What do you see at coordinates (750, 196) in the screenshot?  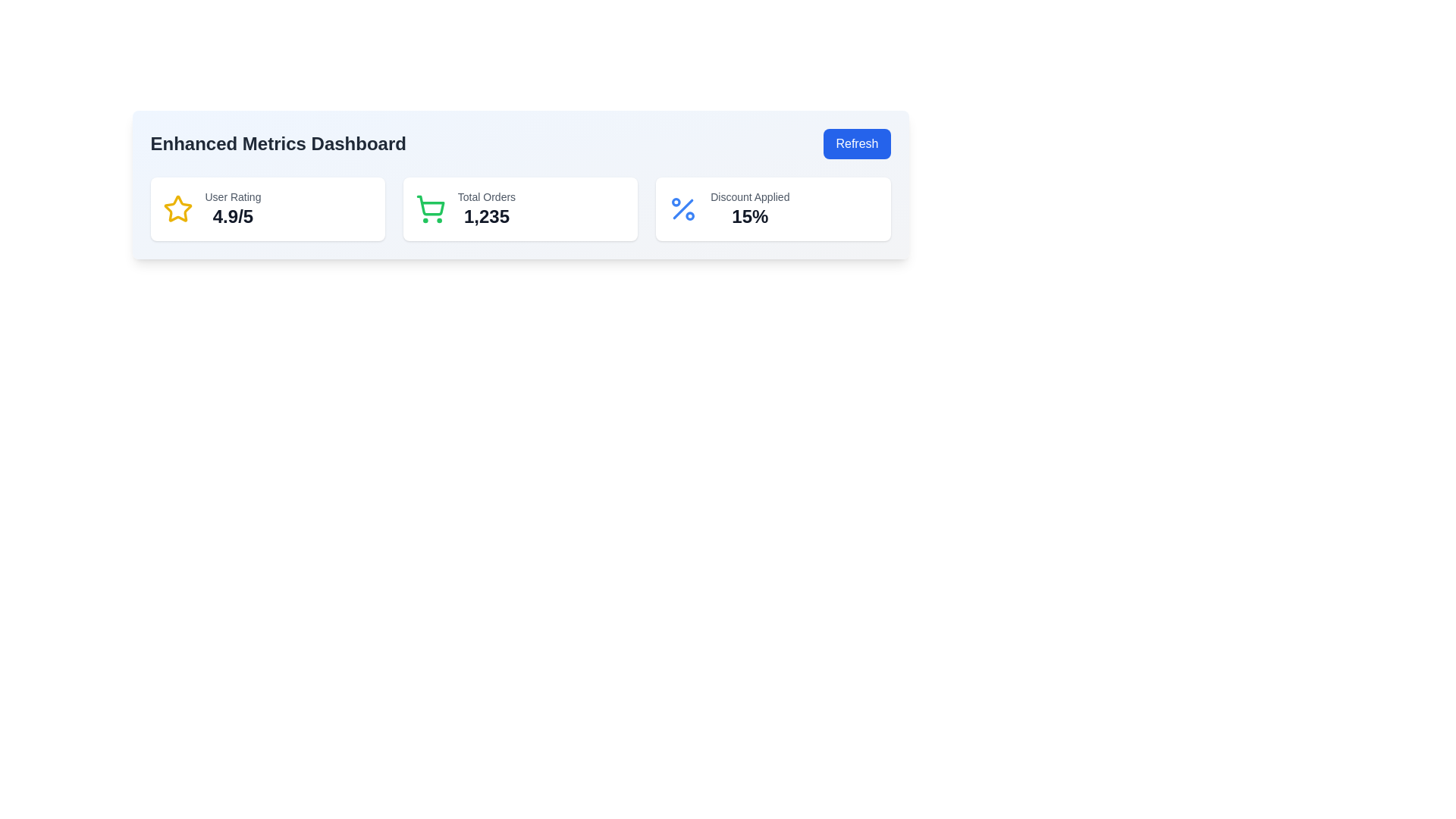 I see `the 'Discount Applied' text label, which is displayed in light gray and located at the top of a metrics dashboard group containing a percentage icon and a bold discount percentage value` at bounding box center [750, 196].